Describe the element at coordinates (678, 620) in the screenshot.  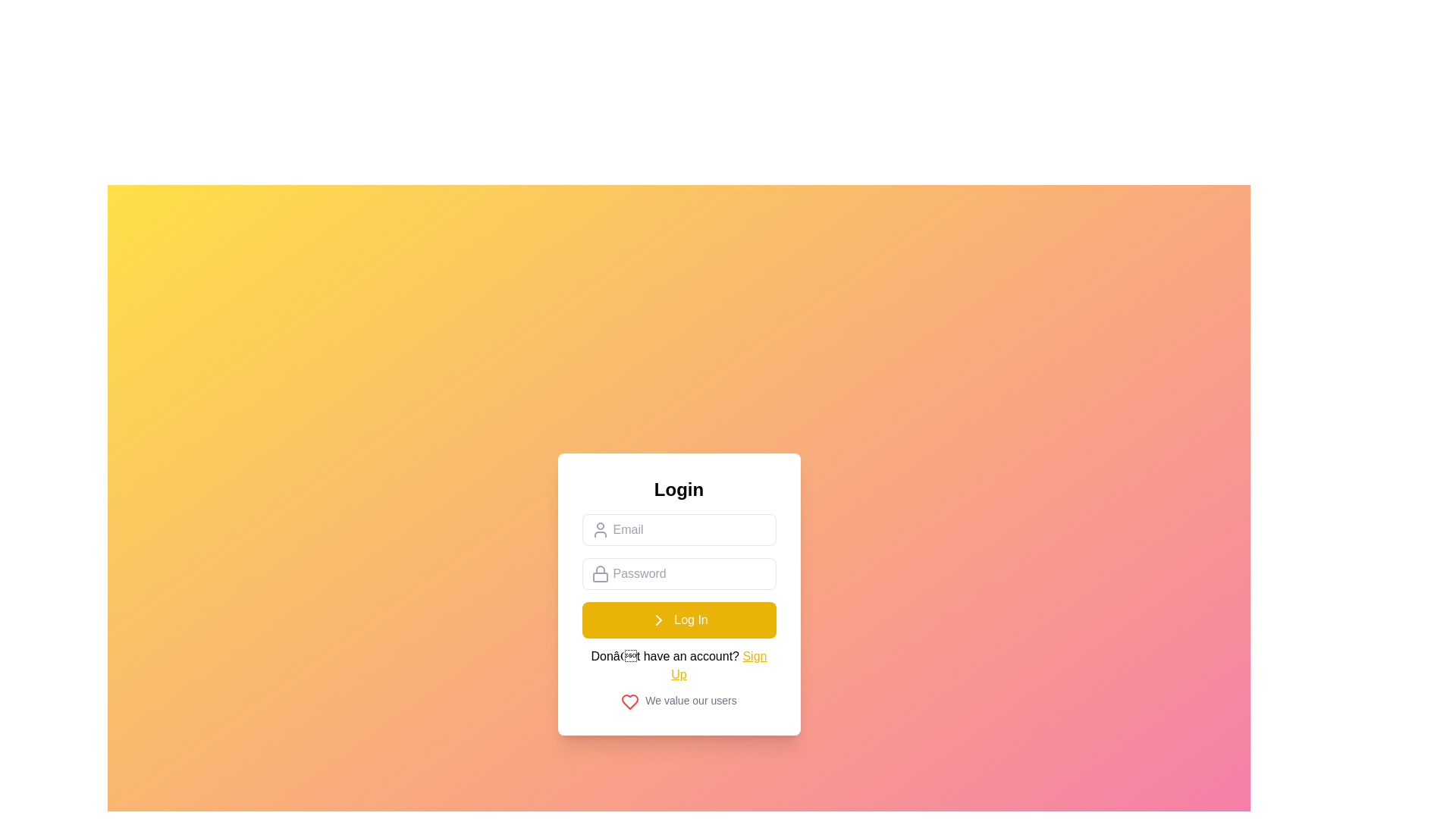
I see `the vibrant yellow 'Log In' button with white text and a rightward chevron icon` at that location.